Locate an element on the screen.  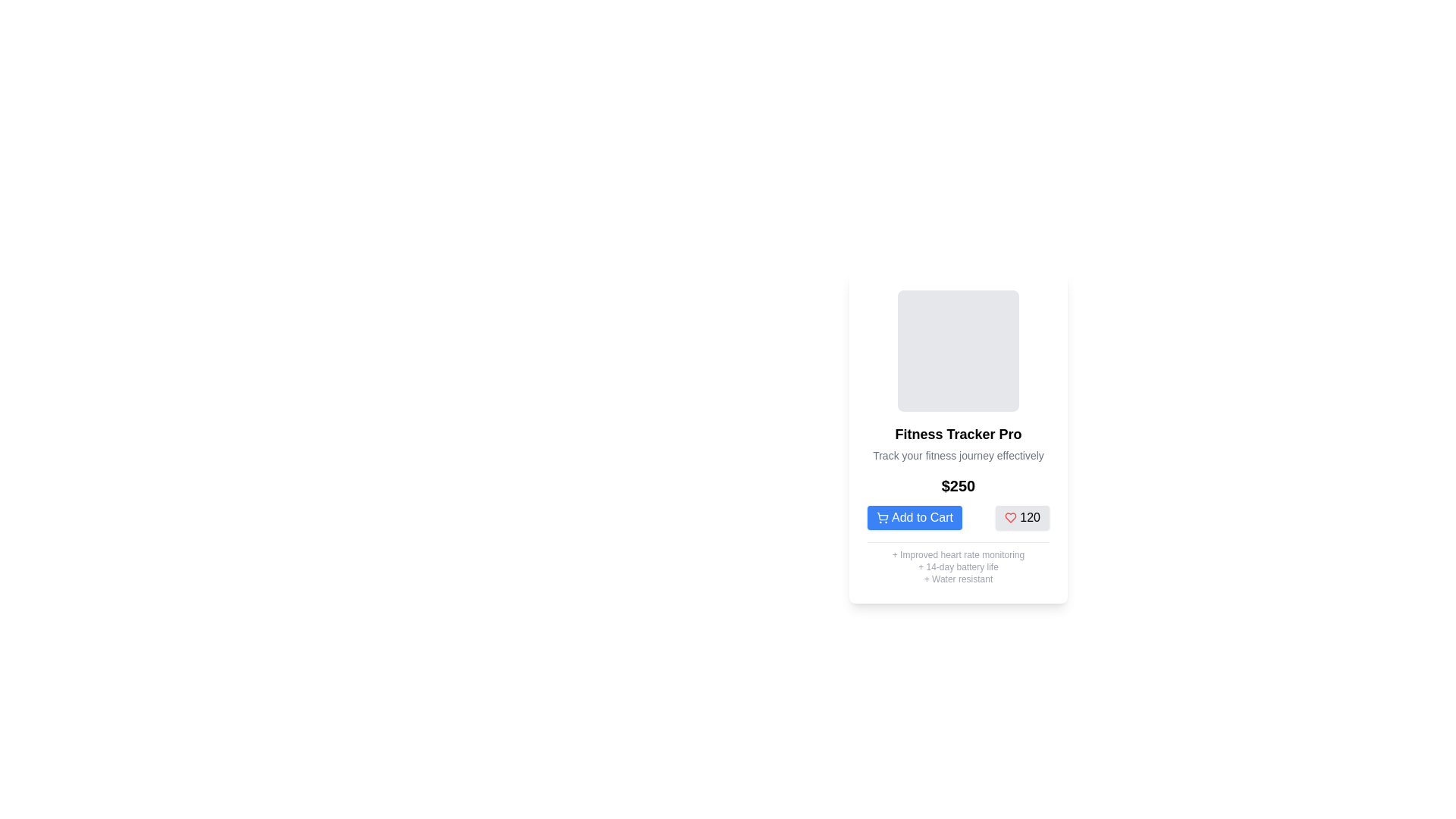
the static text displaying 'Track your fitness journey effectively', which is located beneath the bold title 'Fitness Tracker Pro' in the card structure is located at coordinates (957, 455).